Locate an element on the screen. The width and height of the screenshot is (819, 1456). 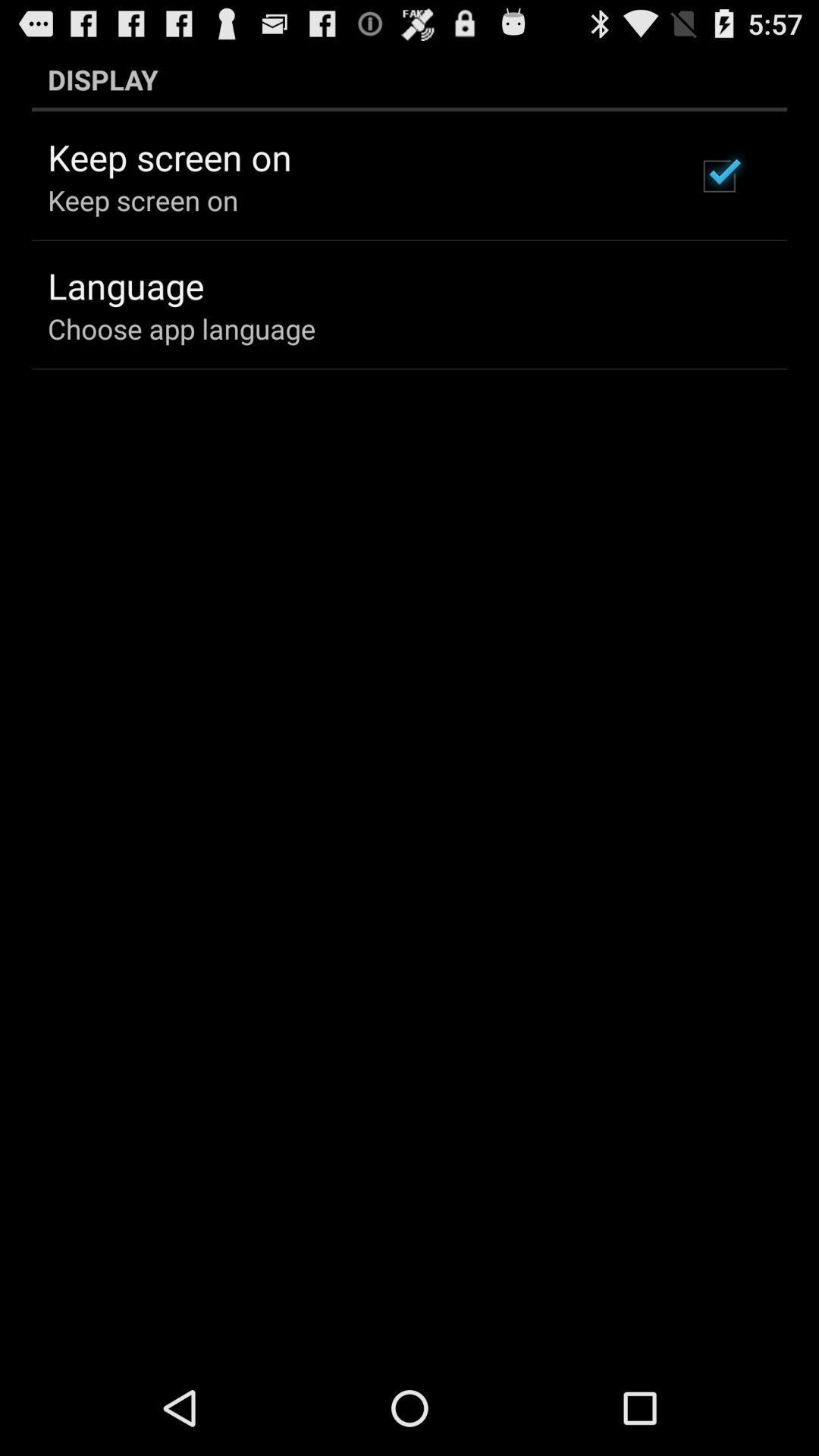
the app at the top is located at coordinates (409, 79).